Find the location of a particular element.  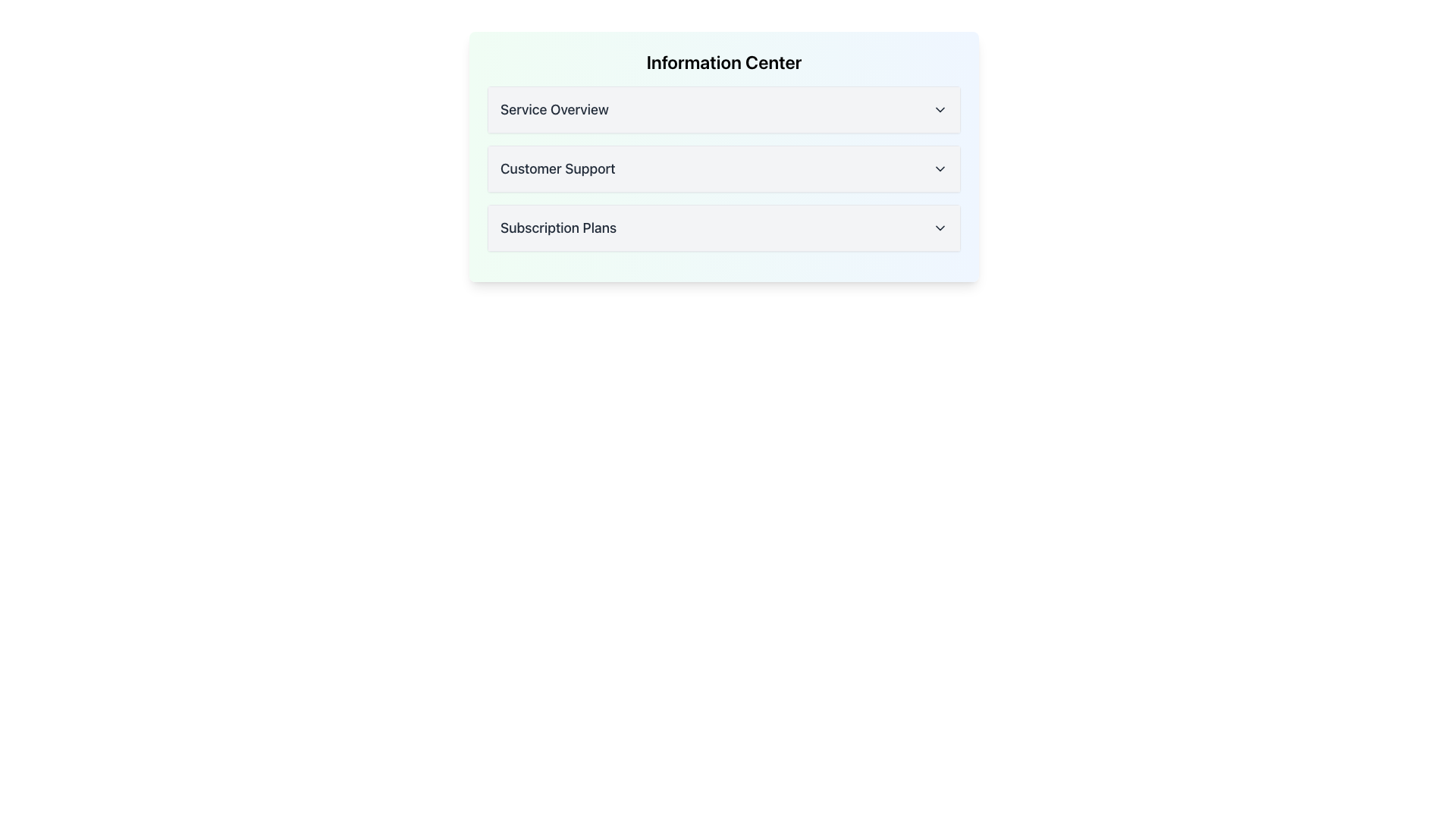

the 'Customer Support' Button located beneath 'Service Overview' and above 'Subscription Plans' is located at coordinates (723, 169).